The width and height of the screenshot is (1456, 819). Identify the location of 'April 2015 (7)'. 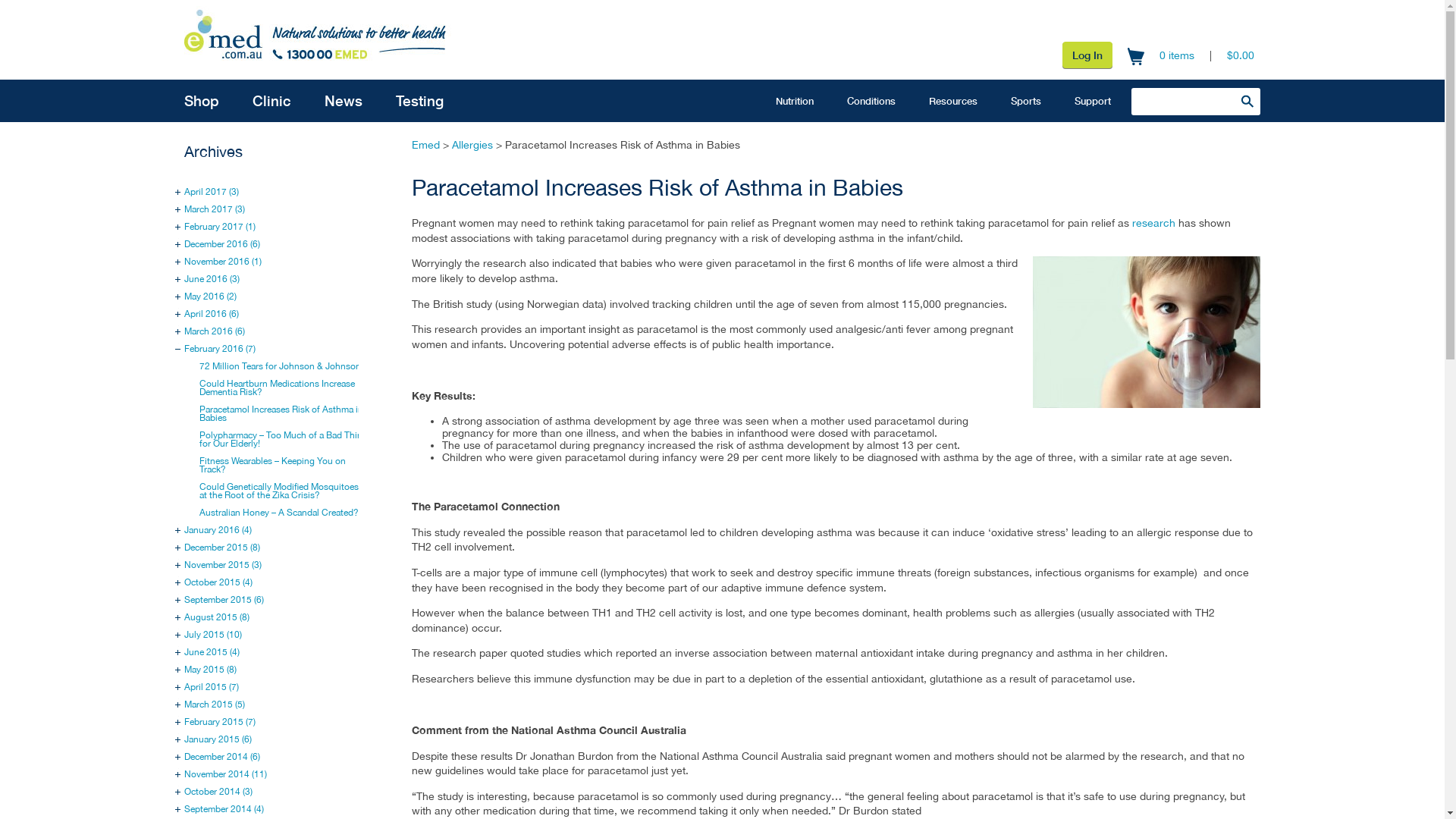
(210, 687).